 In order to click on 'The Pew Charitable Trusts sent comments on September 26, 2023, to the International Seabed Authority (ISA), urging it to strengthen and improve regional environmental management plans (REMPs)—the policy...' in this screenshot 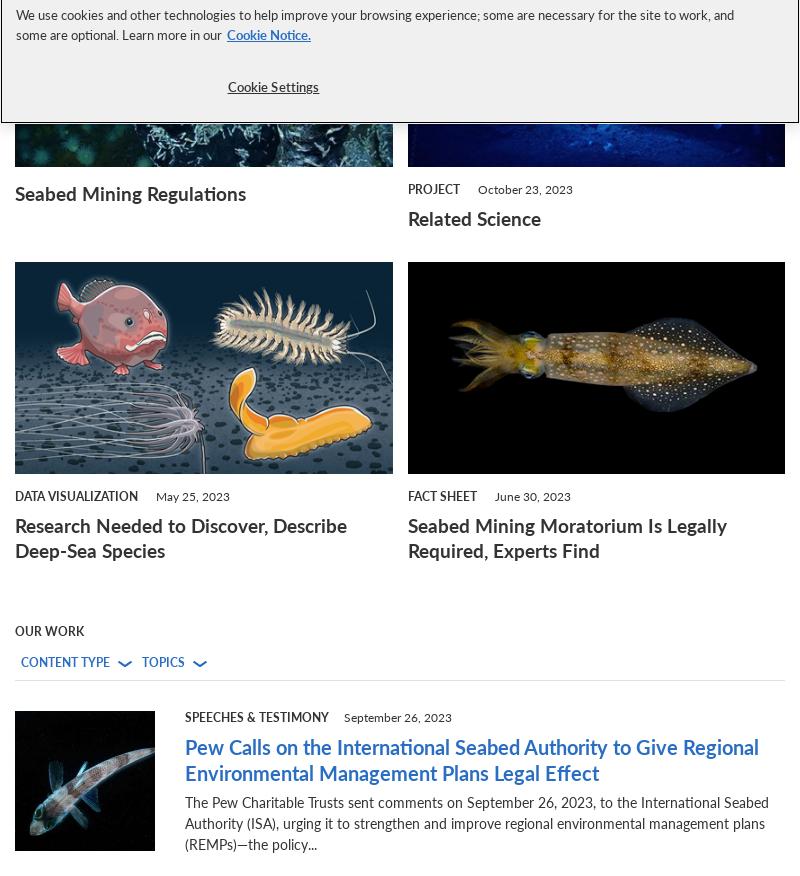, I will do `click(477, 822)`.